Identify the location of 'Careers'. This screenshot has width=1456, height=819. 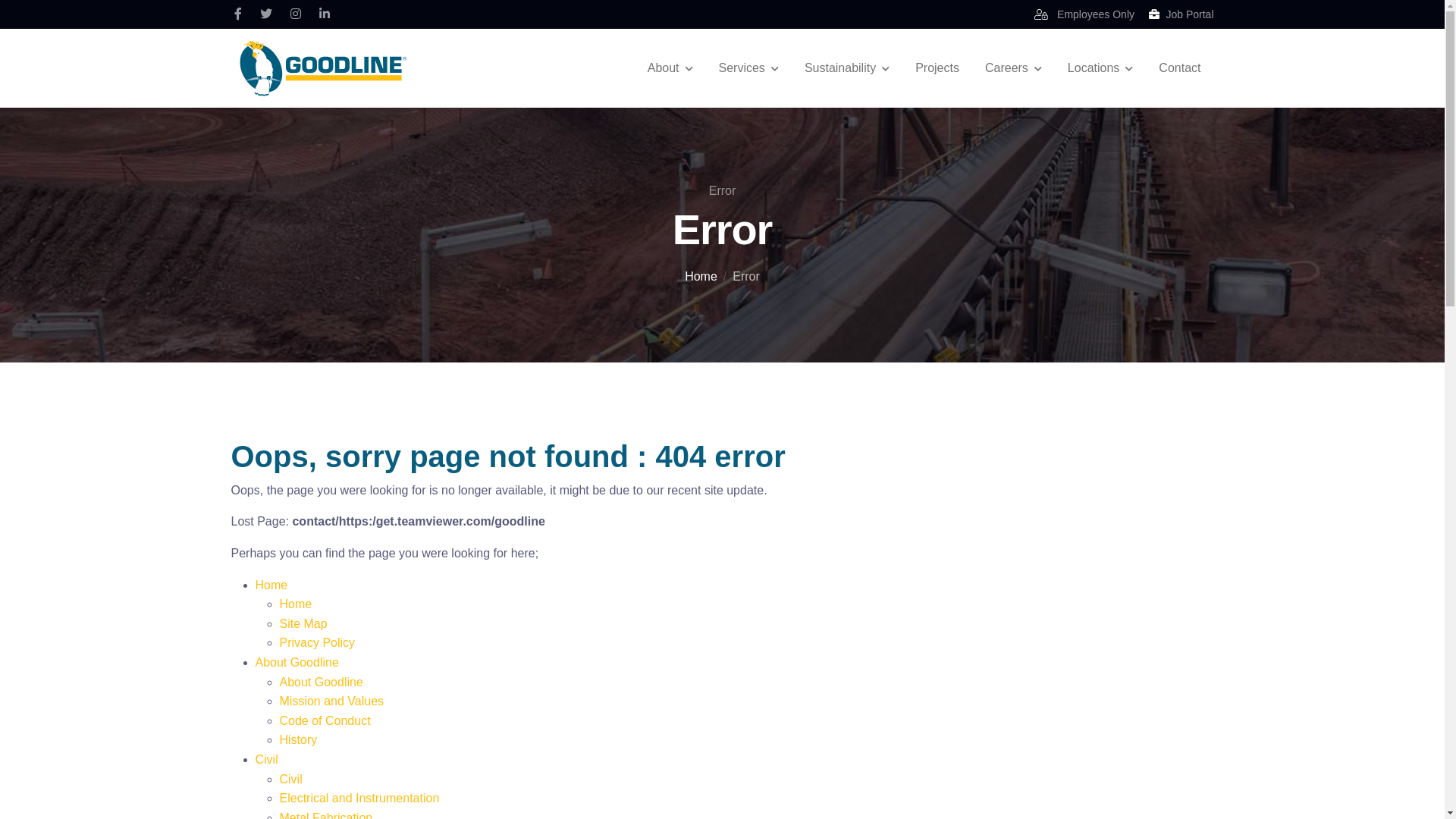
(1013, 68).